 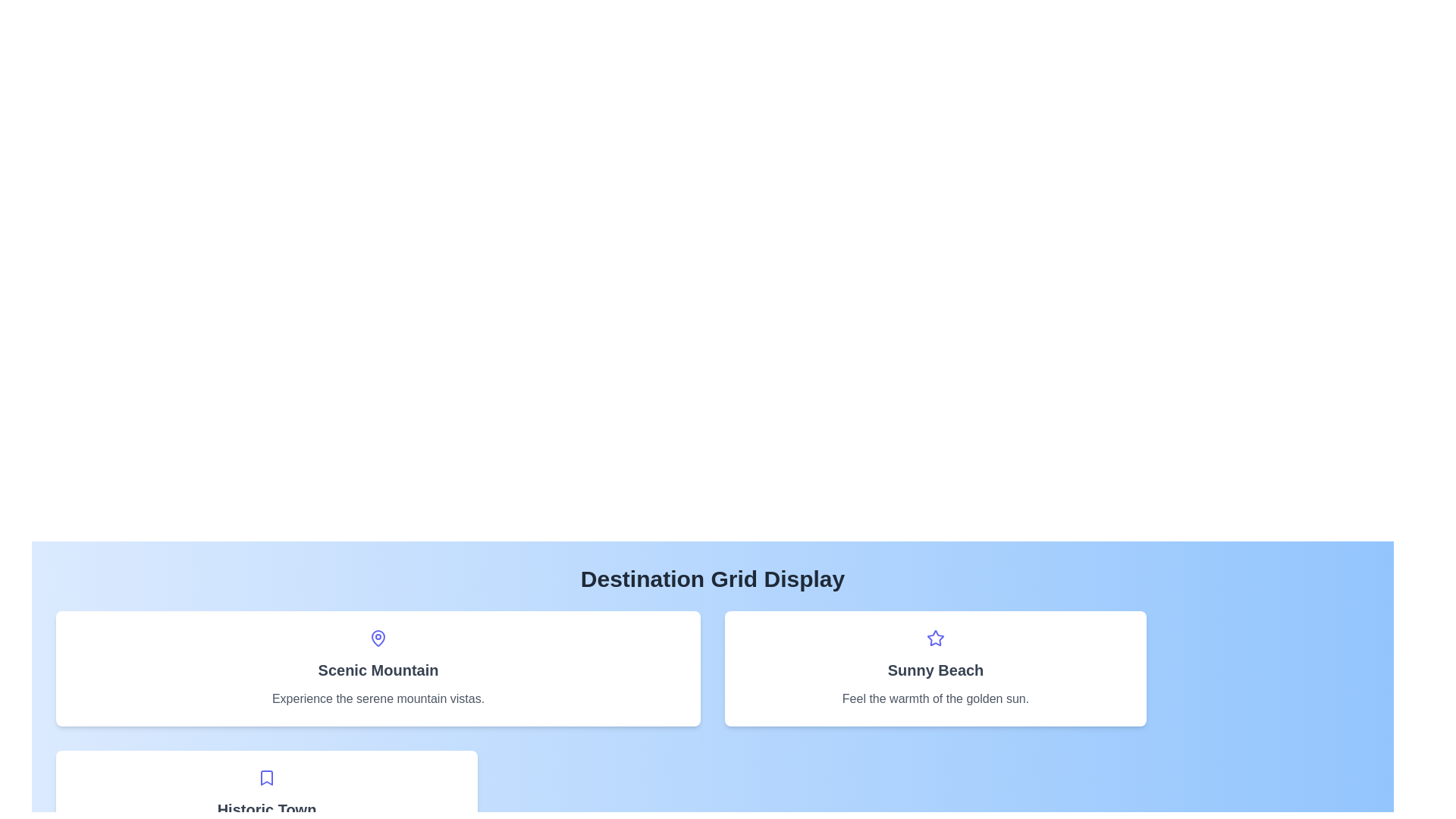 What do you see at coordinates (266, 778) in the screenshot?
I see `the visual indicator icon associated with the 'Historic Town' section, which is centrally positioned above the text 'Historic Town'` at bounding box center [266, 778].